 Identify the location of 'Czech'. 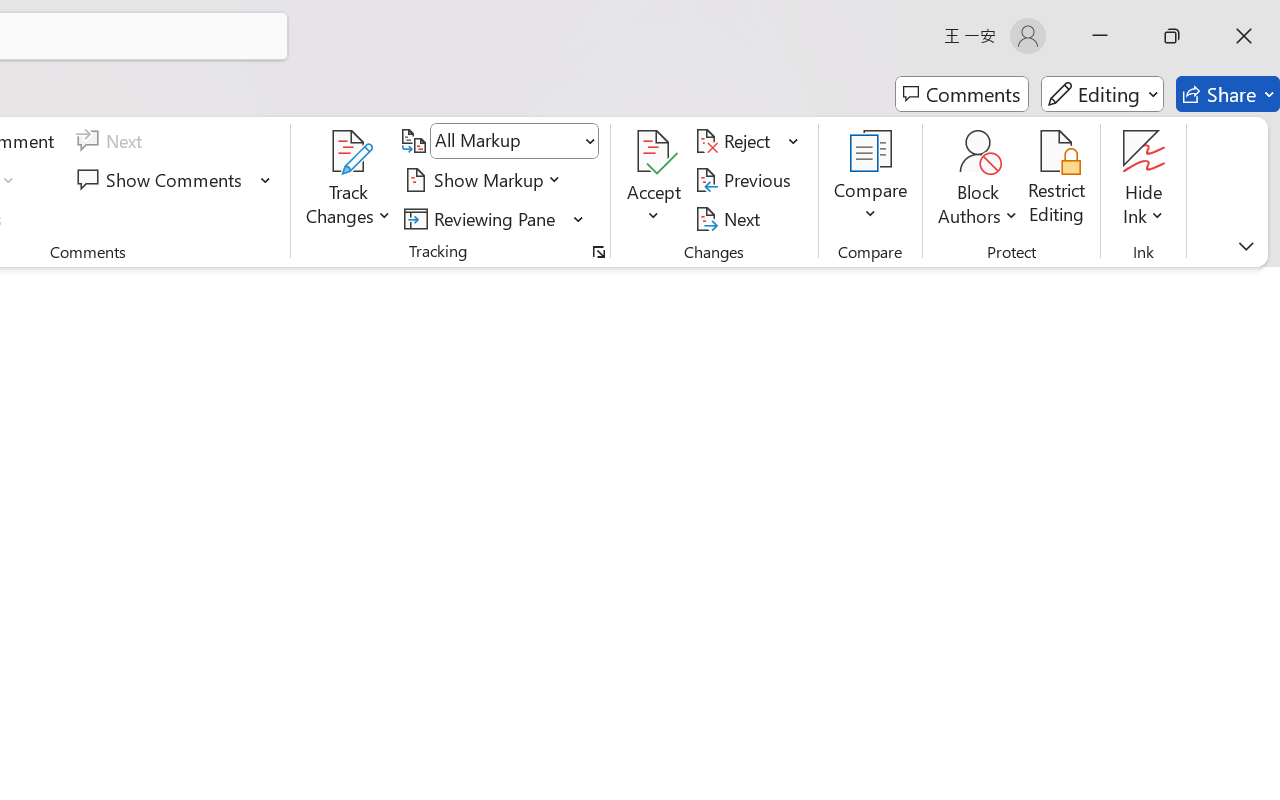
(1031, 454).